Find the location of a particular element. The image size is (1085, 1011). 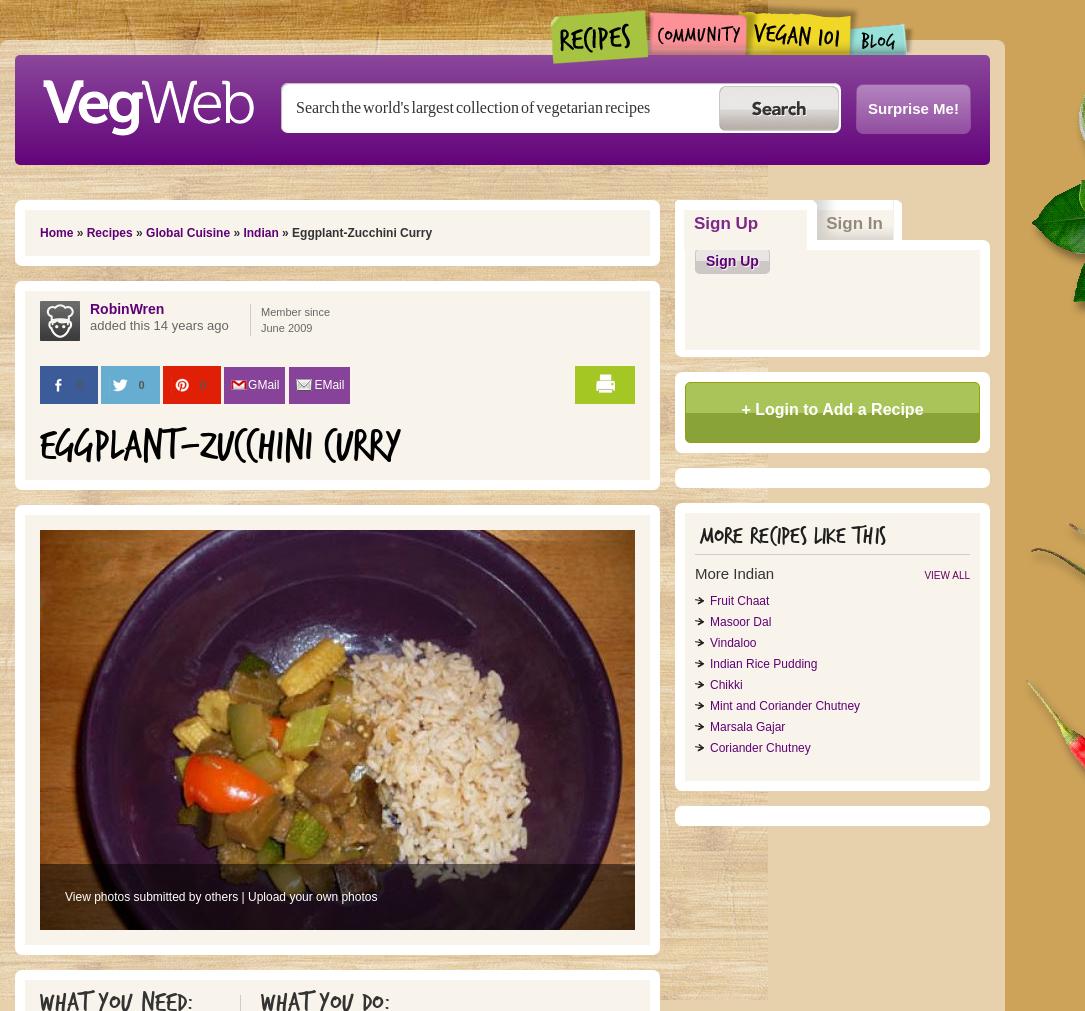

'|' is located at coordinates (242, 896).